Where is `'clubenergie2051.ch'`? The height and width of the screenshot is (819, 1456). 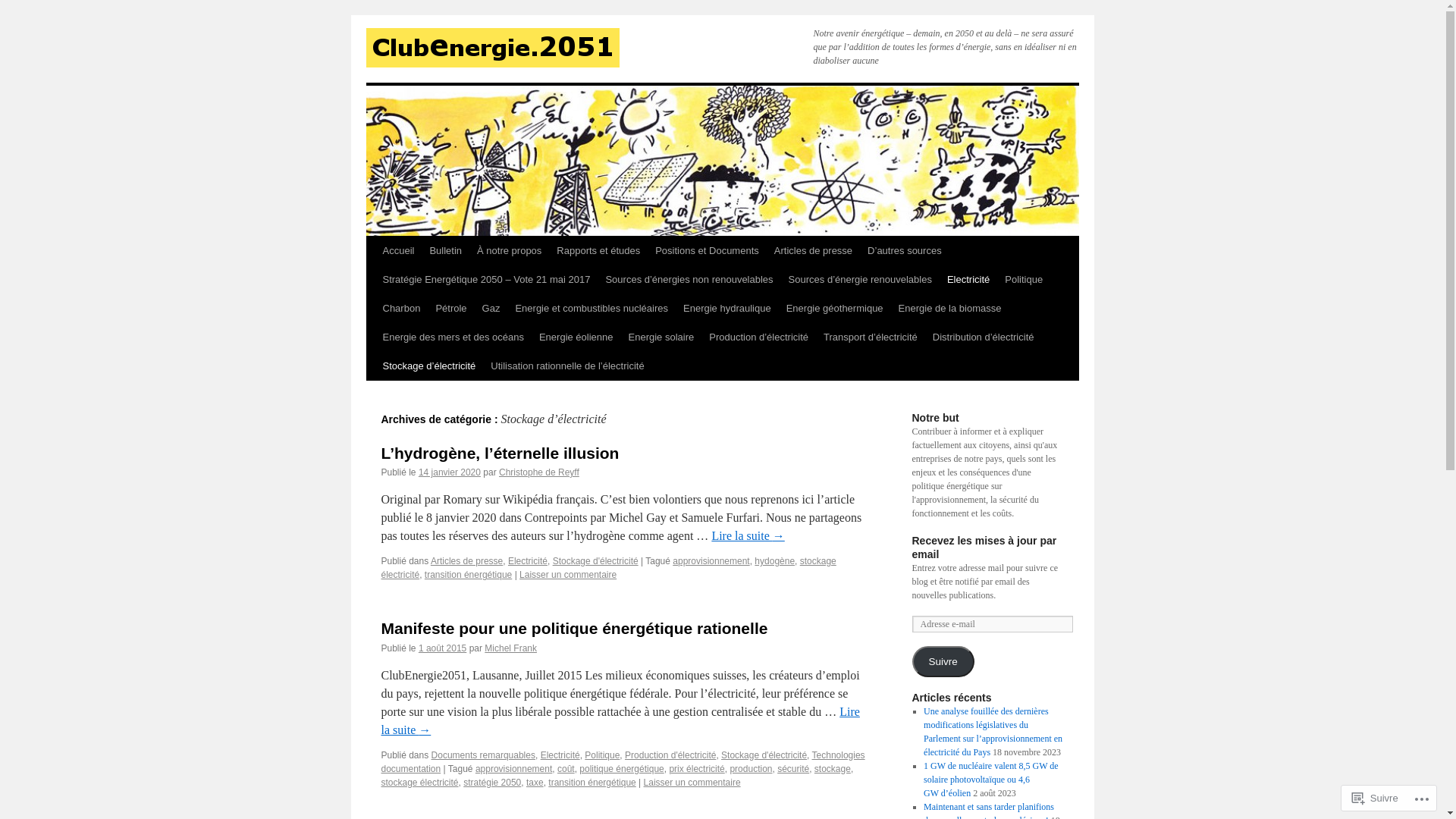
'clubenergie2051.ch' is located at coordinates (491, 46).